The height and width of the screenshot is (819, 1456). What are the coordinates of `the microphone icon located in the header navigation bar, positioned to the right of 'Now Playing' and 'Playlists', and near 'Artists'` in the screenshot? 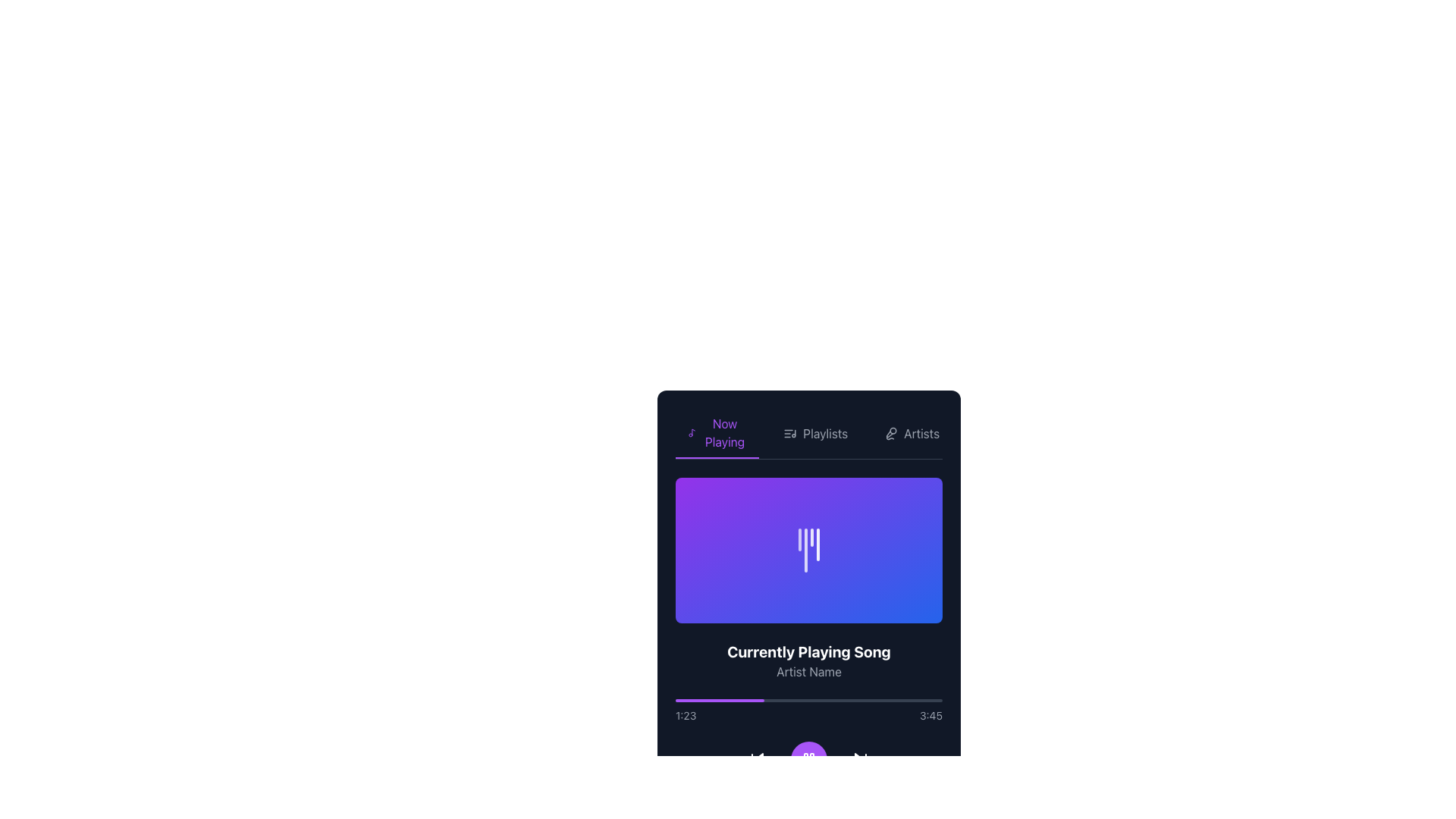 It's located at (891, 433).